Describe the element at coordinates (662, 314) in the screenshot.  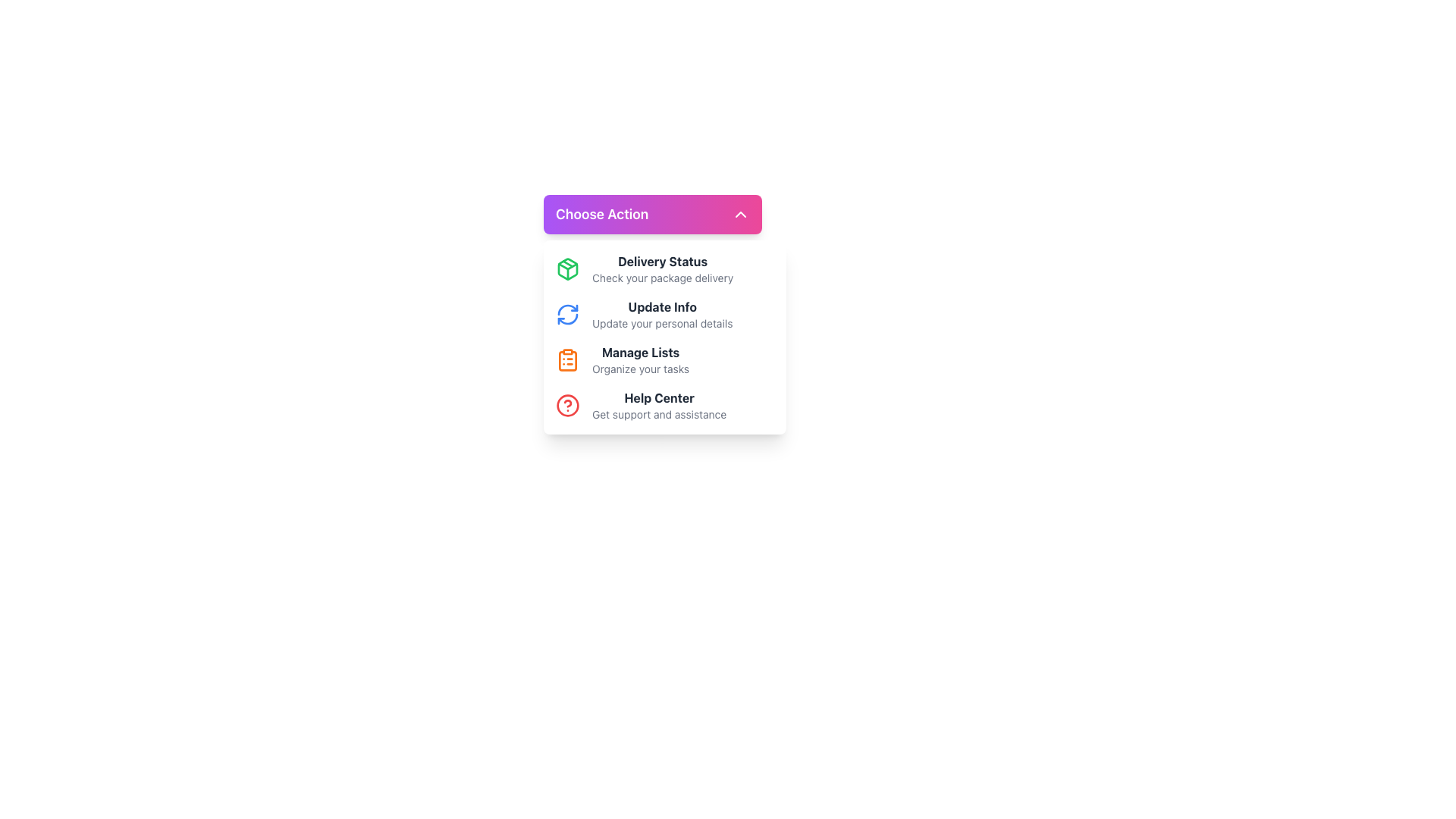
I see `the 'Update Info' list item, which is the second option in the card-like menu under 'Choose Action'` at that location.